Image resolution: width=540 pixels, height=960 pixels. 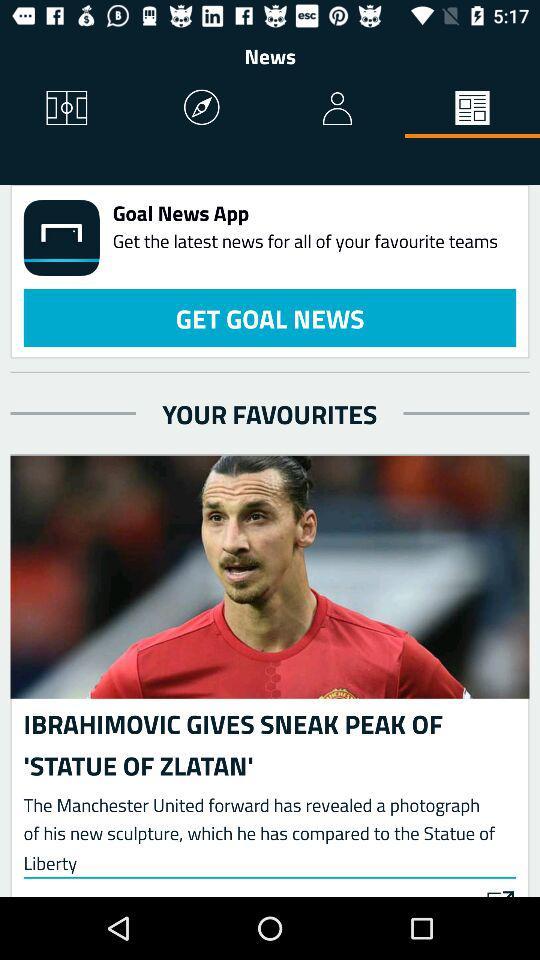 I want to click on item below news icon, so click(x=202, y=109).